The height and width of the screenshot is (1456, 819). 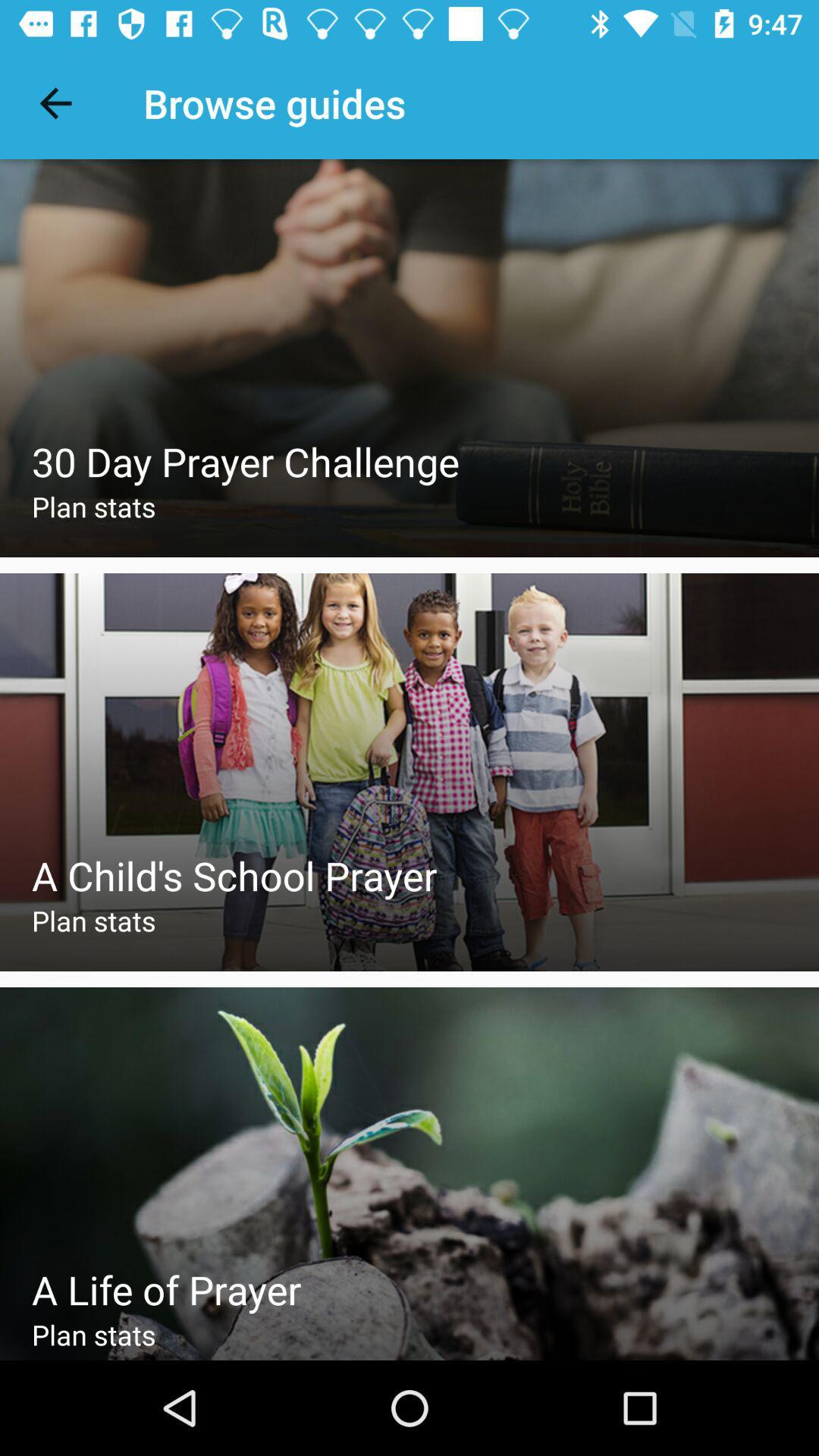 What do you see at coordinates (55, 102) in the screenshot?
I see `icon next to the browse guides icon` at bounding box center [55, 102].